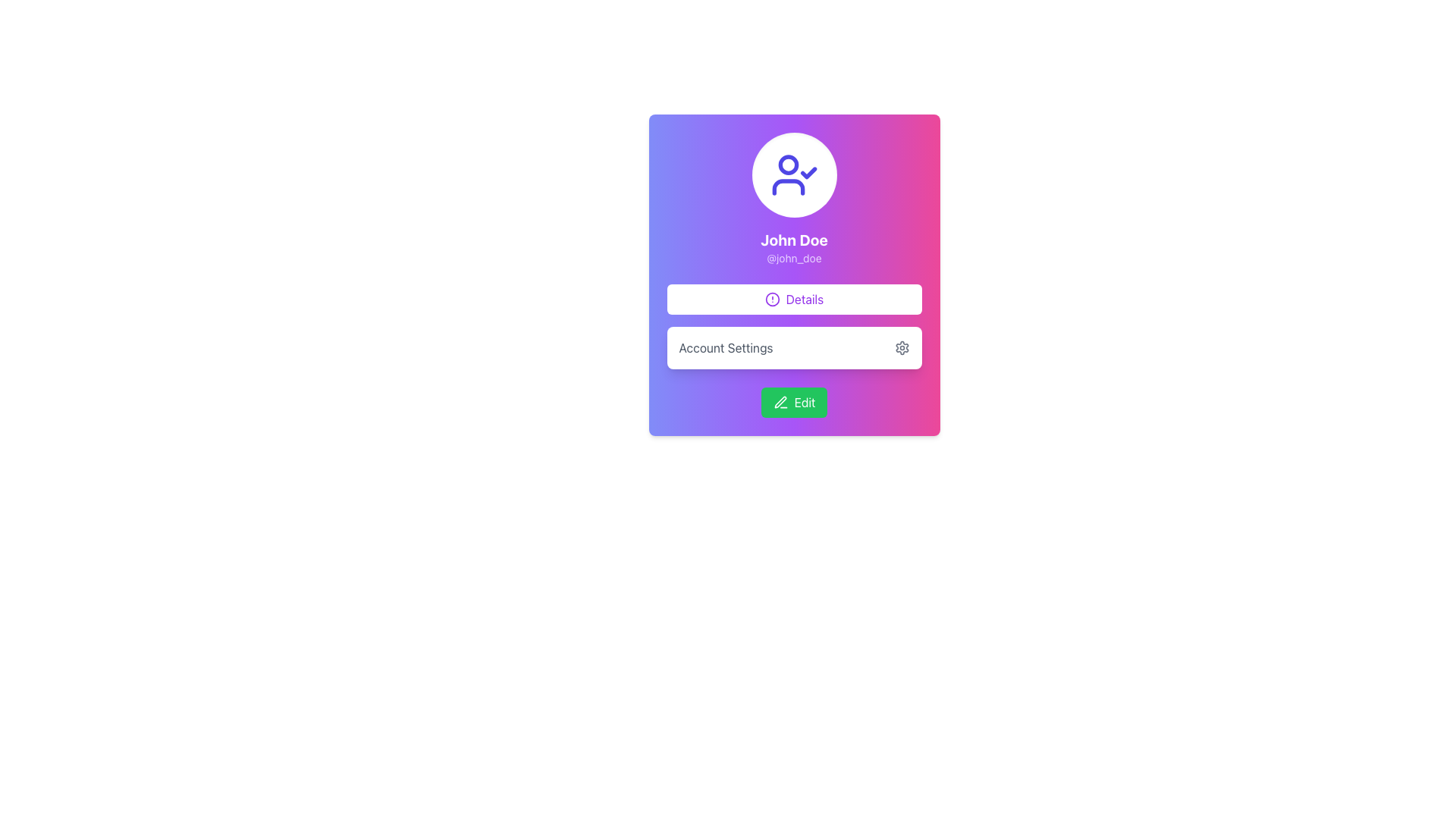 The height and width of the screenshot is (819, 1456). Describe the element at coordinates (793, 174) in the screenshot. I see `the circular avatar with a white background and blue user icon` at that location.